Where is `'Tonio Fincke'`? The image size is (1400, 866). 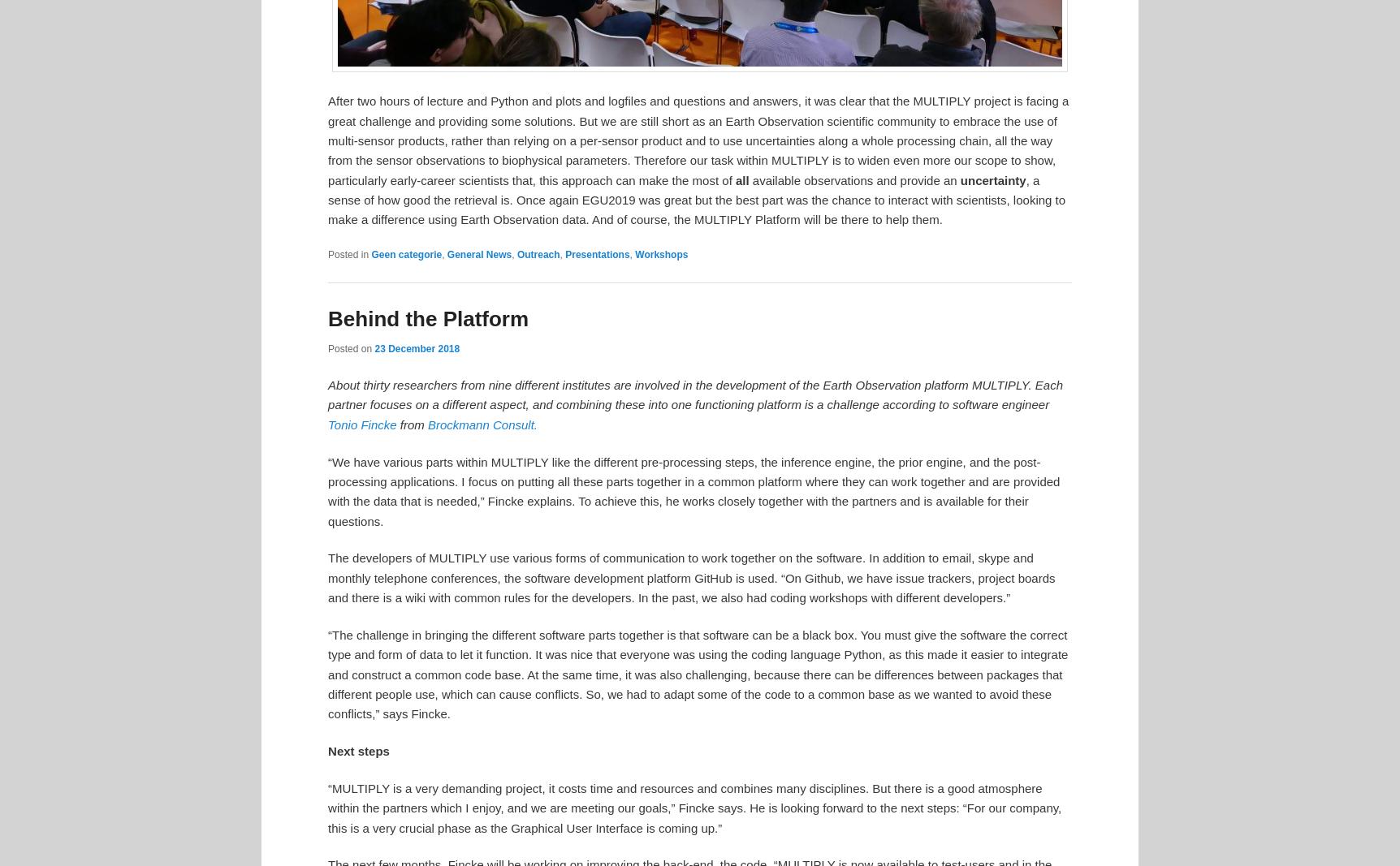 'Tonio Fincke' is located at coordinates (326, 423).